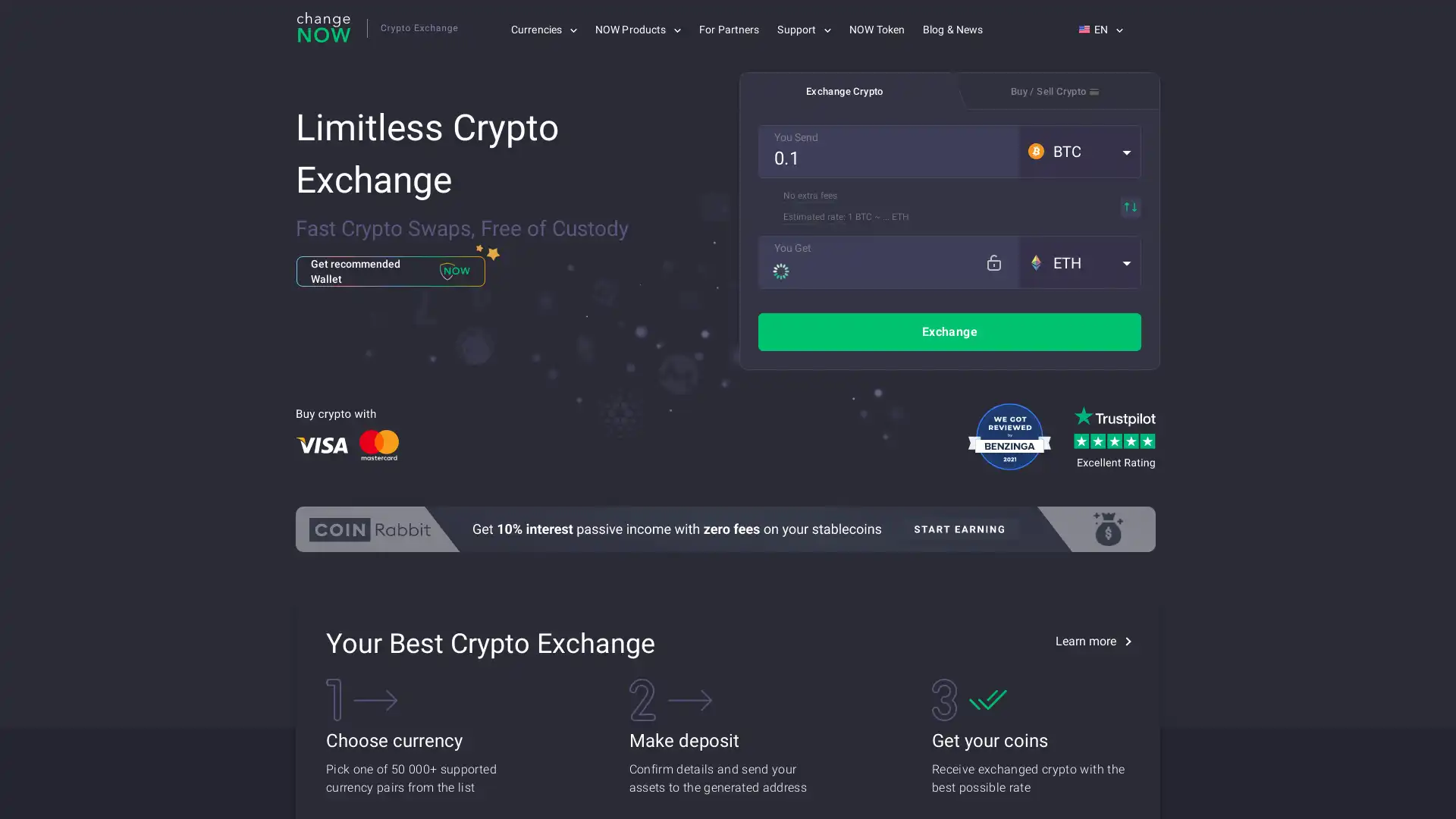 This screenshot has width=1456, height=819. I want to click on icon-eth ETH, so click(1079, 262).